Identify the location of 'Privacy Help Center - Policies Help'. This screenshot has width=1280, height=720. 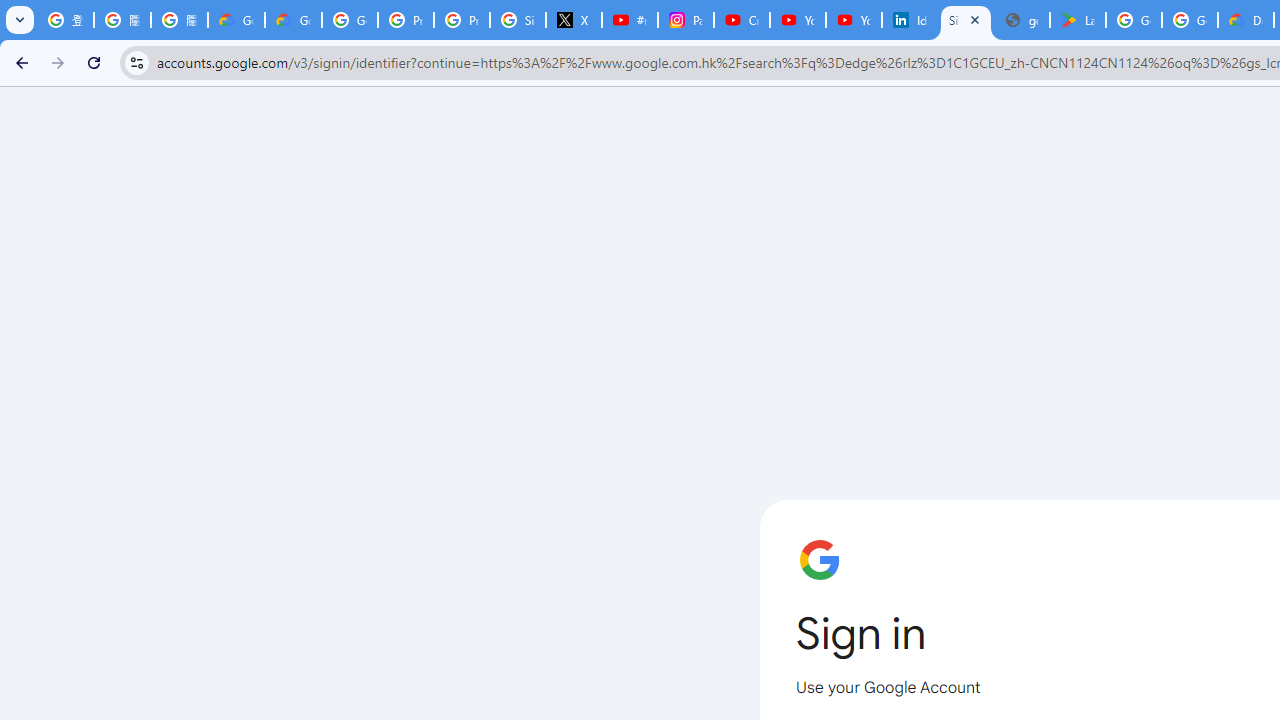
(404, 20).